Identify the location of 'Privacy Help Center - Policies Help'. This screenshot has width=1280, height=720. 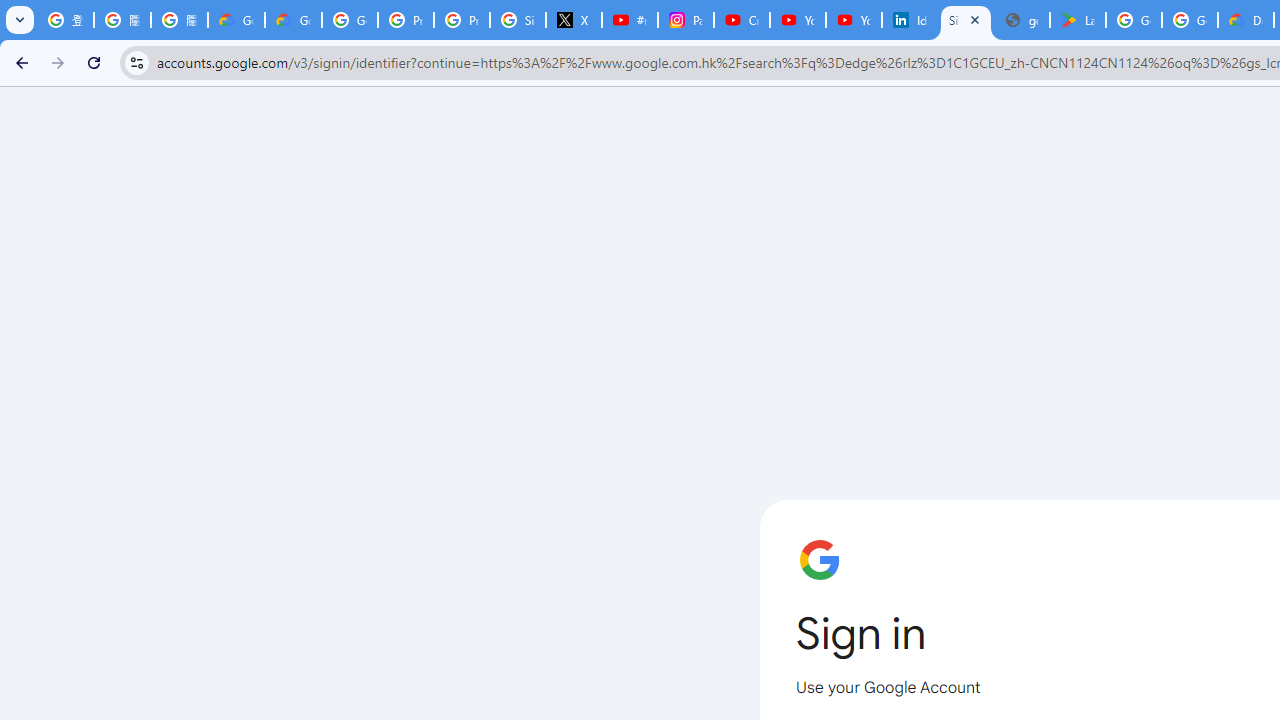
(404, 20).